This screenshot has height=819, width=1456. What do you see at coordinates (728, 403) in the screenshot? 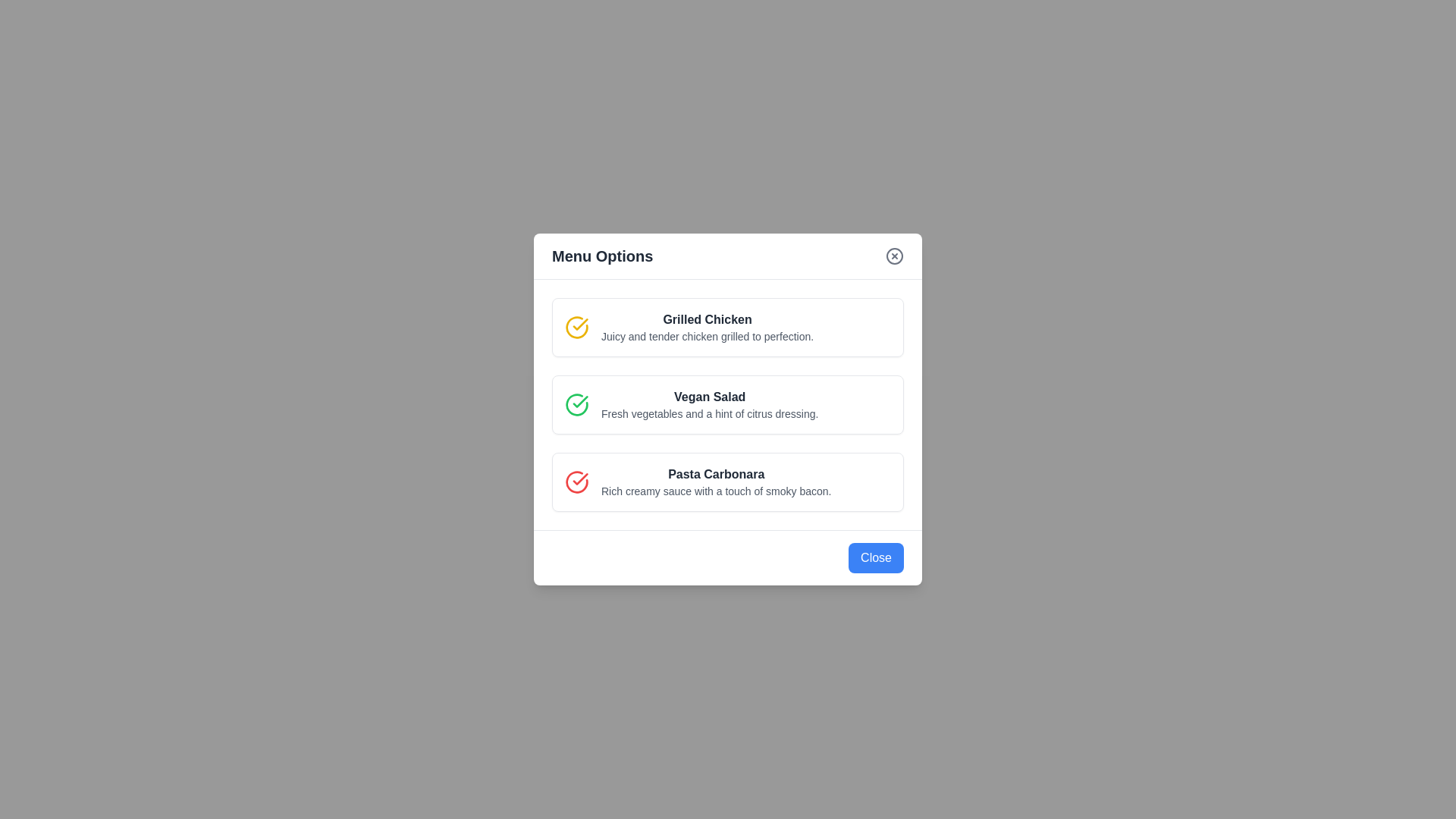
I see `the menu item Vegan Salad to select it` at bounding box center [728, 403].